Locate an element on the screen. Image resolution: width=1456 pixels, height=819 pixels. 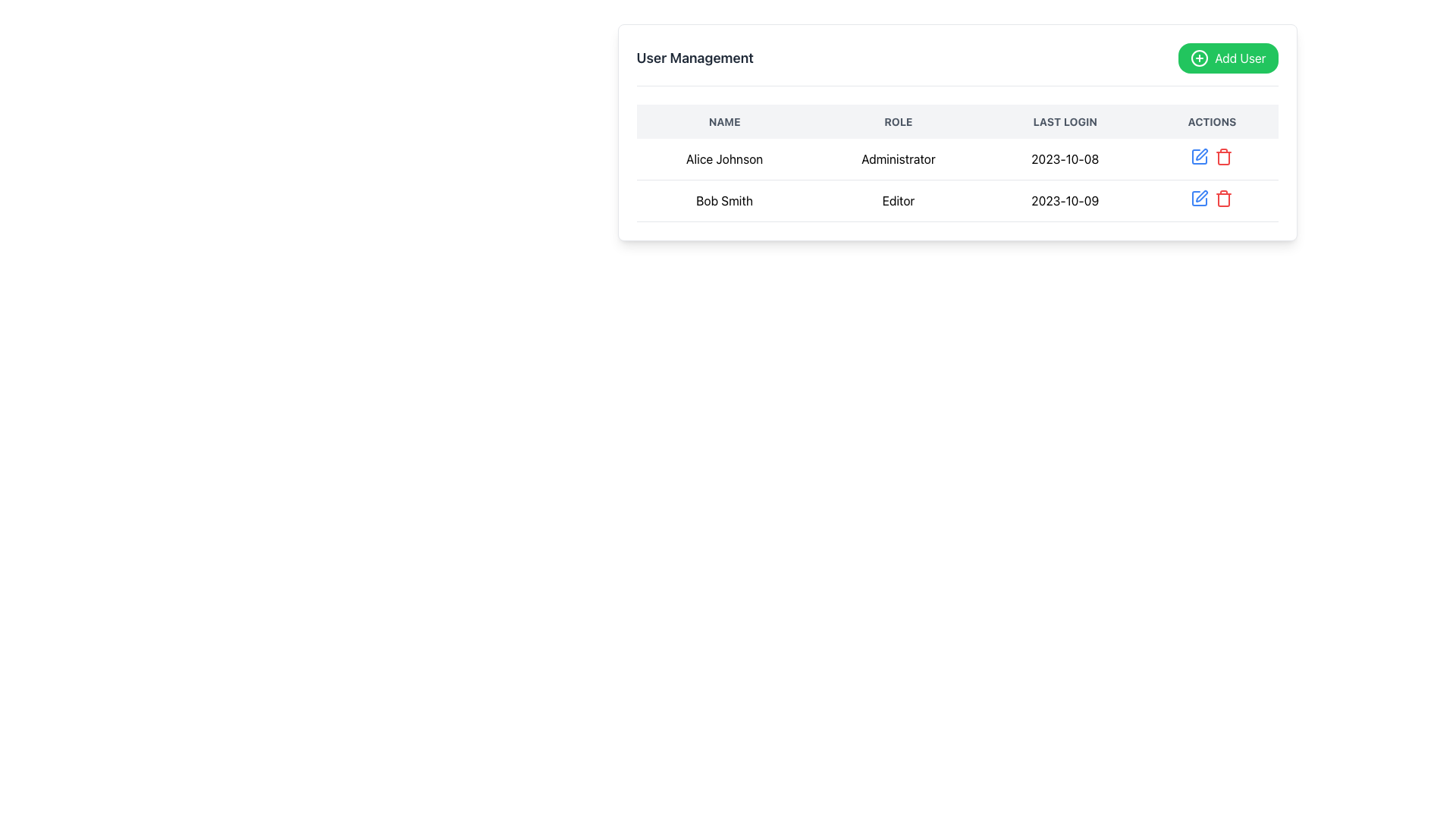
the text displaying the last login date for user 'Bob Smith' located in the second row under the 'Last Login' column is located at coordinates (1064, 200).